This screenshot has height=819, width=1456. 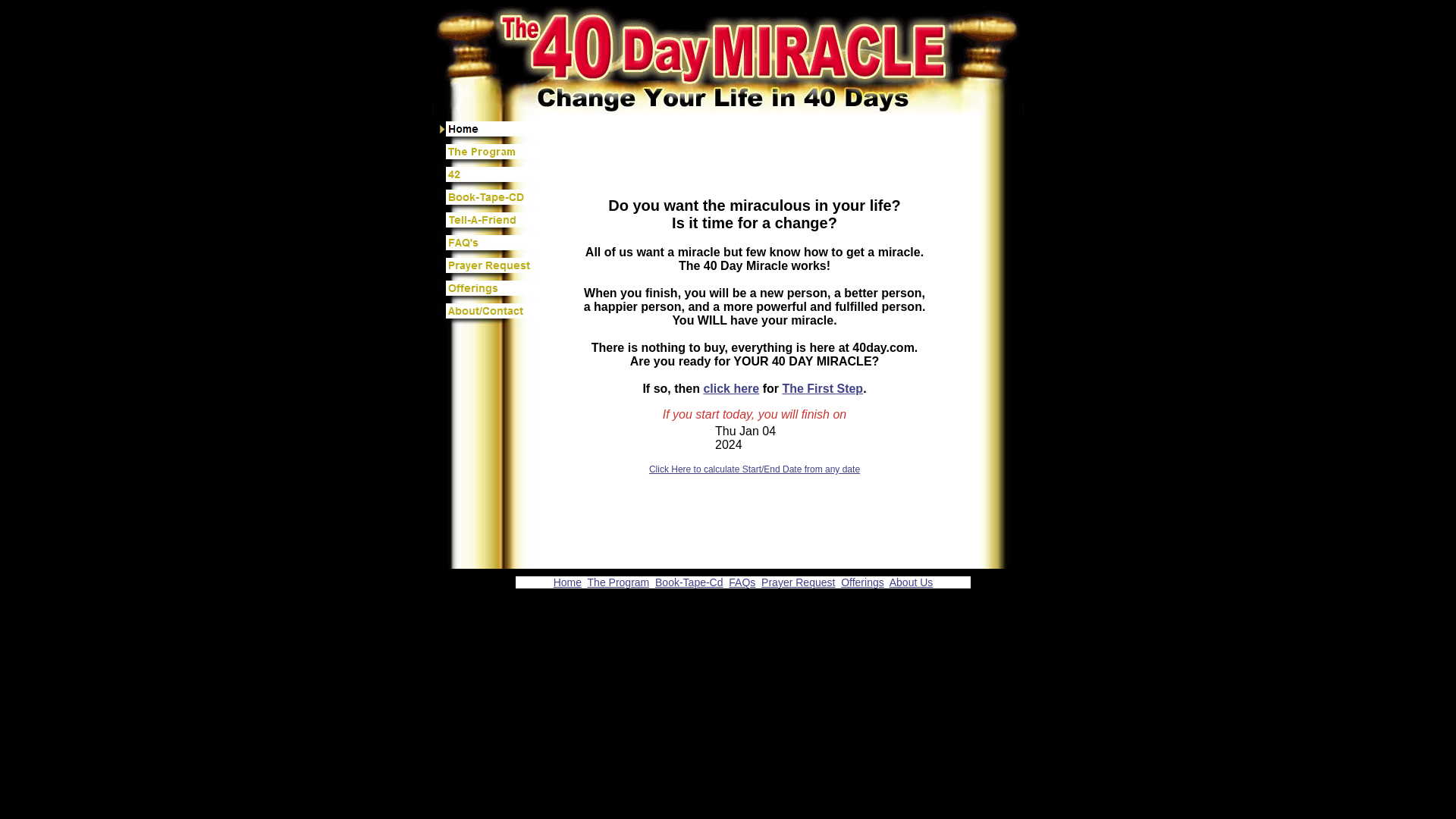 What do you see at coordinates (566, 581) in the screenshot?
I see `'Home'` at bounding box center [566, 581].